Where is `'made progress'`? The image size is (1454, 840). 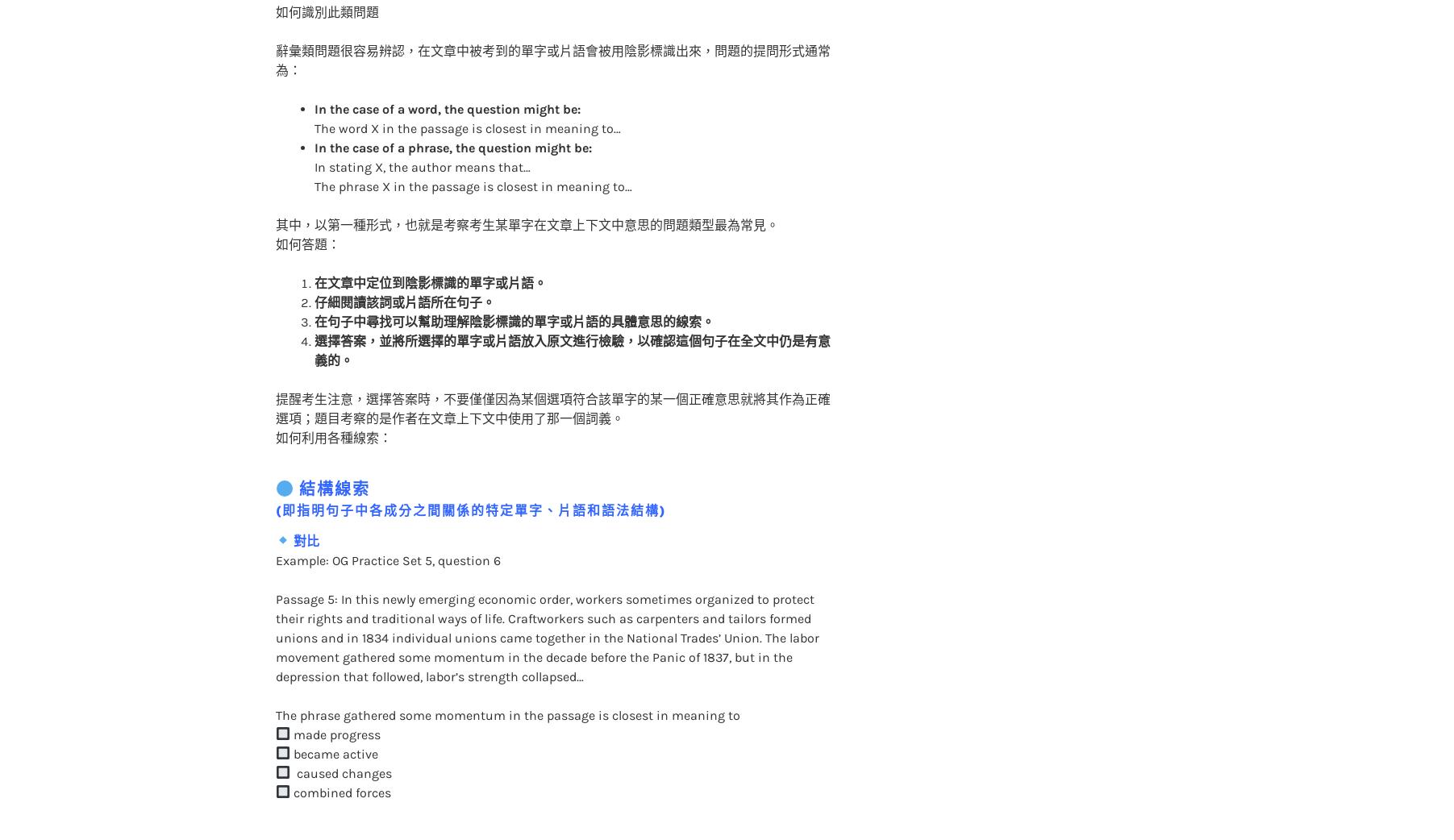 'made progress' is located at coordinates (335, 701).